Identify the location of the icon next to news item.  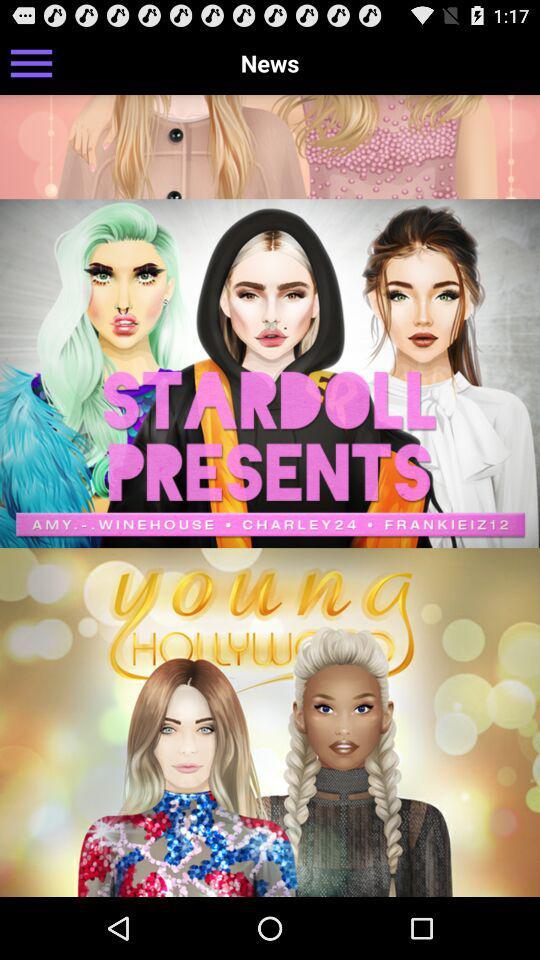
(30, 62).